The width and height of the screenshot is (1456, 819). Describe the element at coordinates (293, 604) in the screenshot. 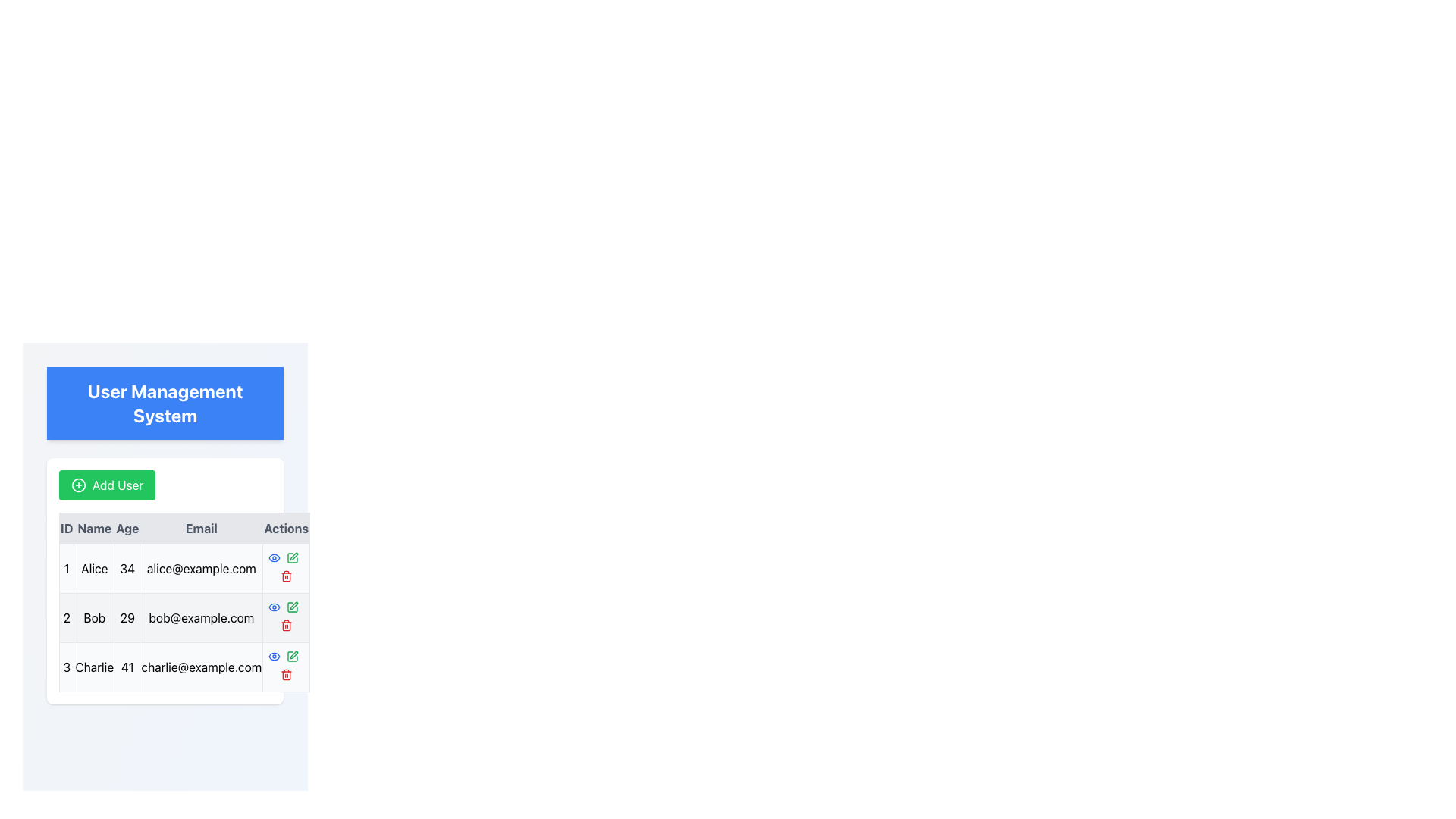

I see `the editing icon in the 'Actions' column of the table for user 'Charlie'` at that location.